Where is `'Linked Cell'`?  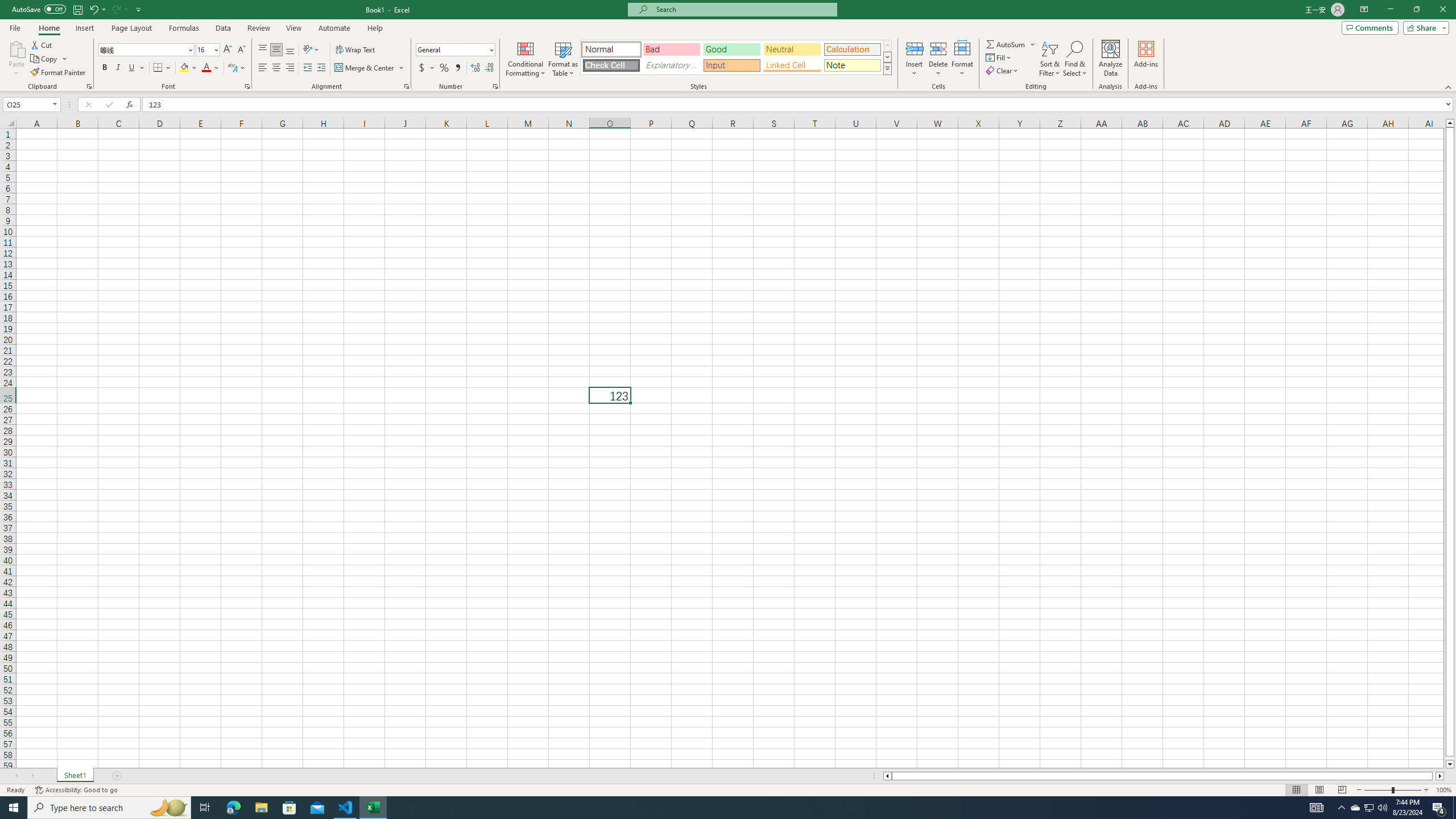
'Linked Cell' is located at coordinates (791, 65).